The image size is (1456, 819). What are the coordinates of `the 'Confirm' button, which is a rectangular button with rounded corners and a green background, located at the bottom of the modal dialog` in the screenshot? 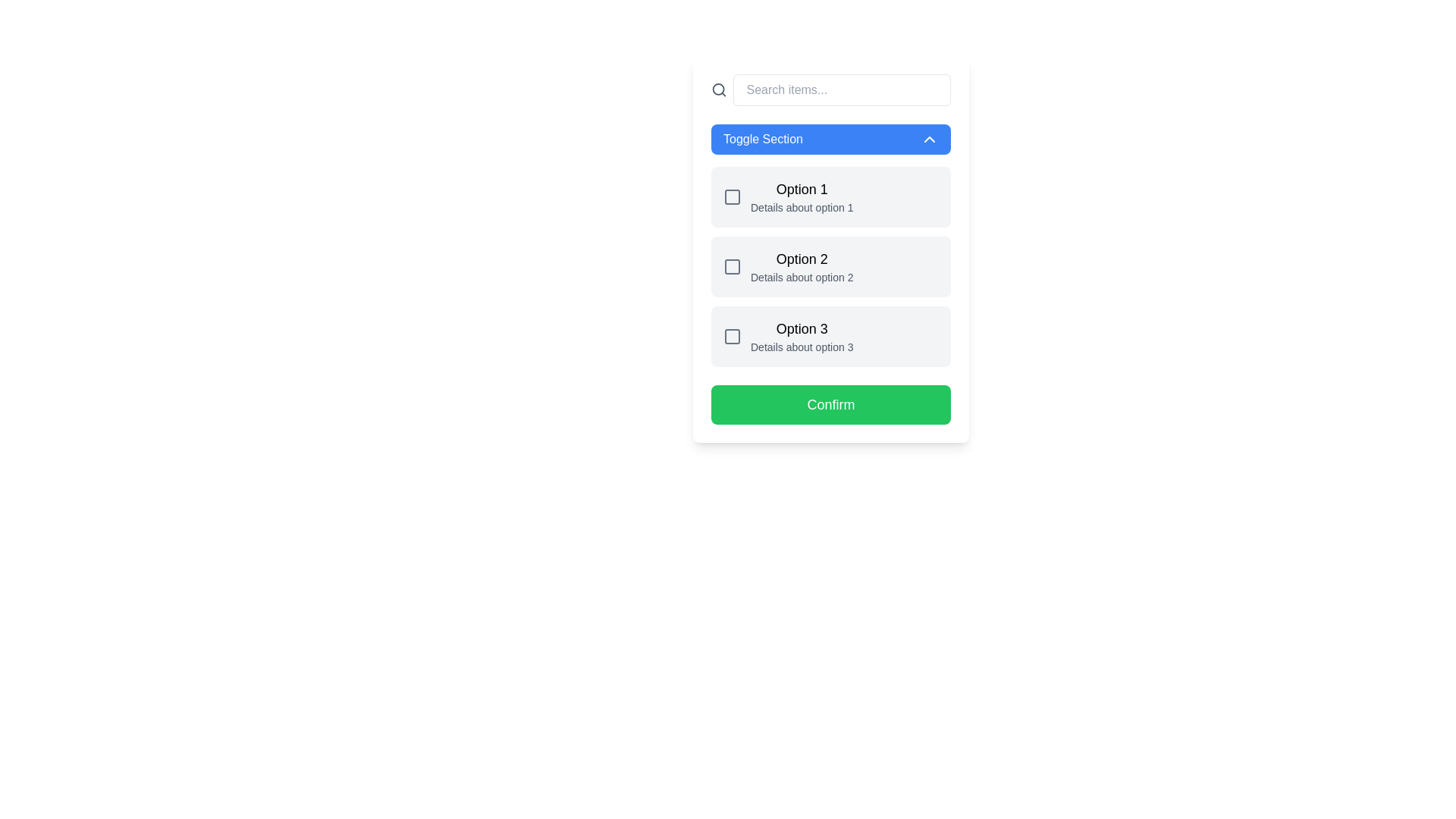 It's located at (830, 403).